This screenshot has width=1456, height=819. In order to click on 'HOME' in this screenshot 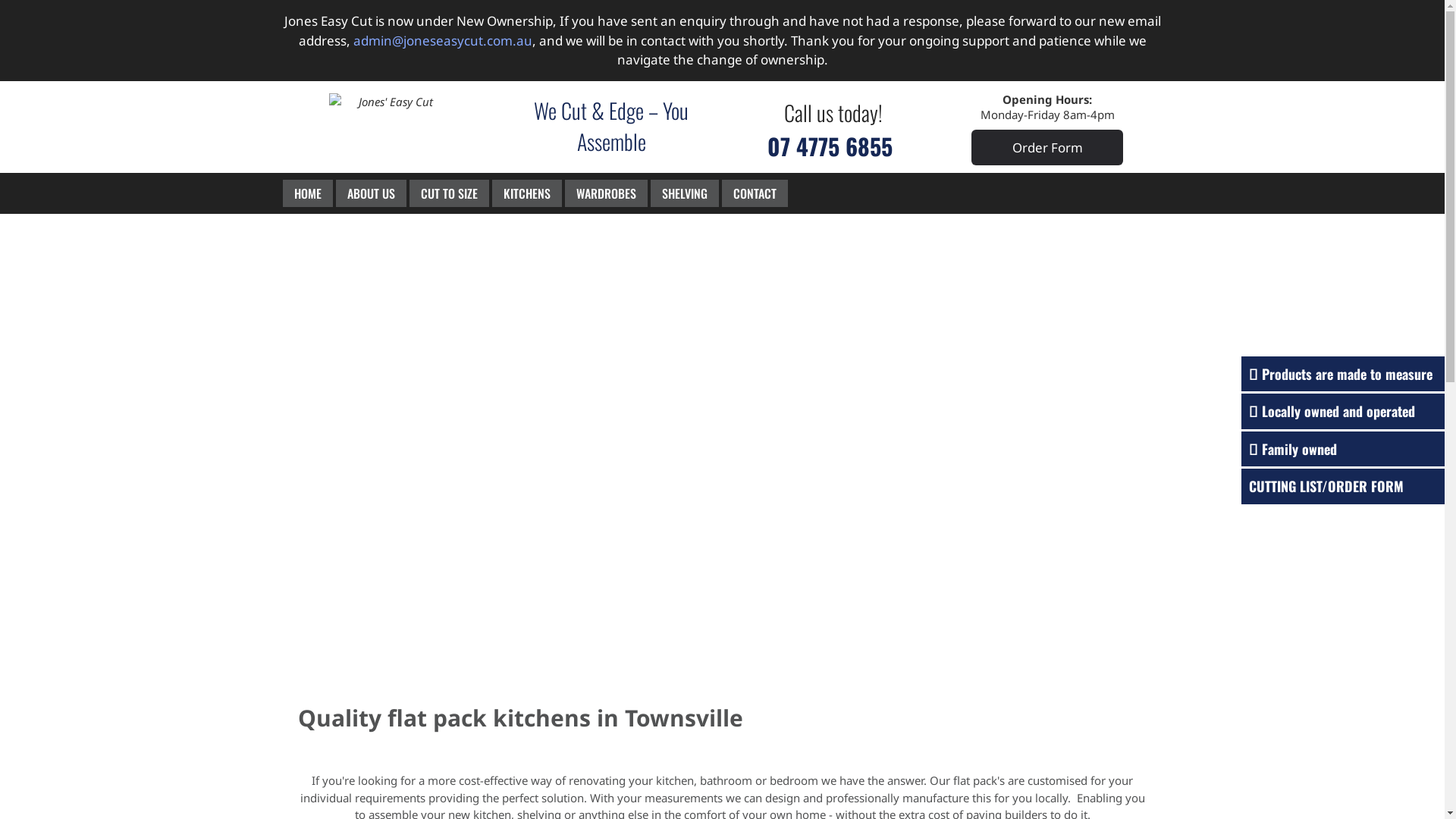, I will do `click(307, 192)`.